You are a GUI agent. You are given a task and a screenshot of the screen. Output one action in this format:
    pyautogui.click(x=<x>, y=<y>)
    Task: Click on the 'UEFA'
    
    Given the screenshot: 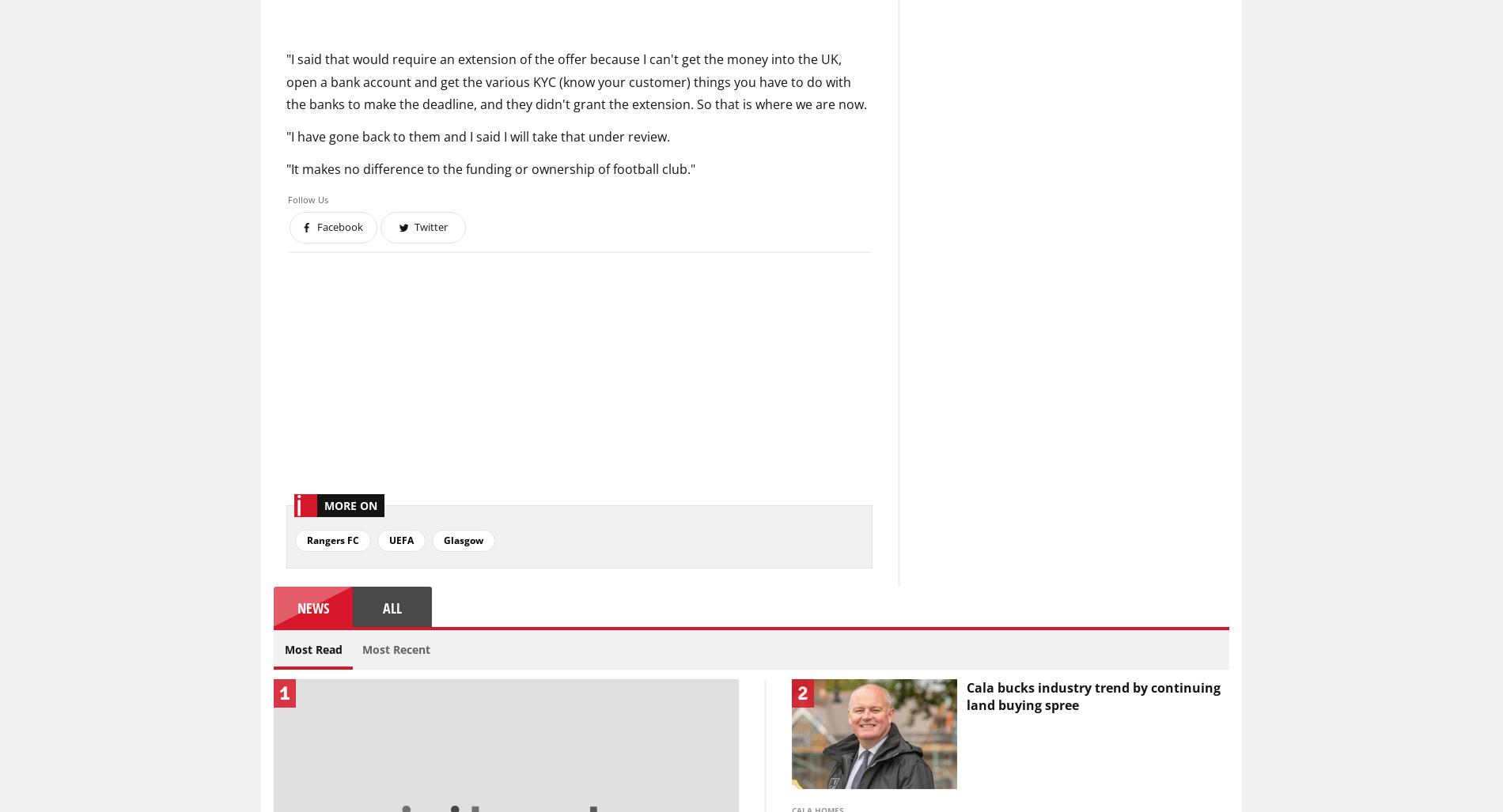 What is the action you would take?
    pyautogui.click(x=401, y=538)
    